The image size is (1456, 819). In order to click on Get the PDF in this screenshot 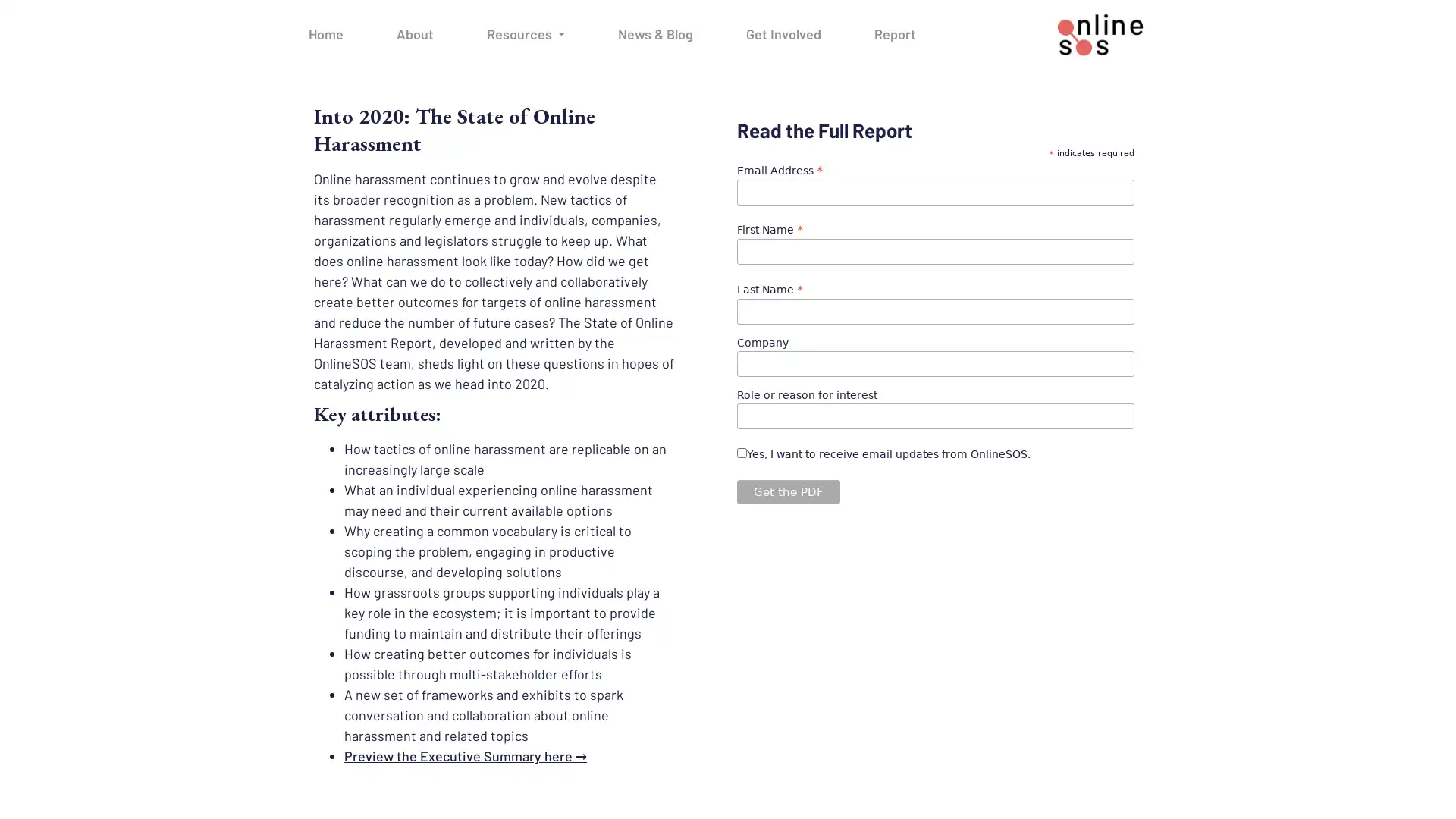, I will do `click(789, 491)`.